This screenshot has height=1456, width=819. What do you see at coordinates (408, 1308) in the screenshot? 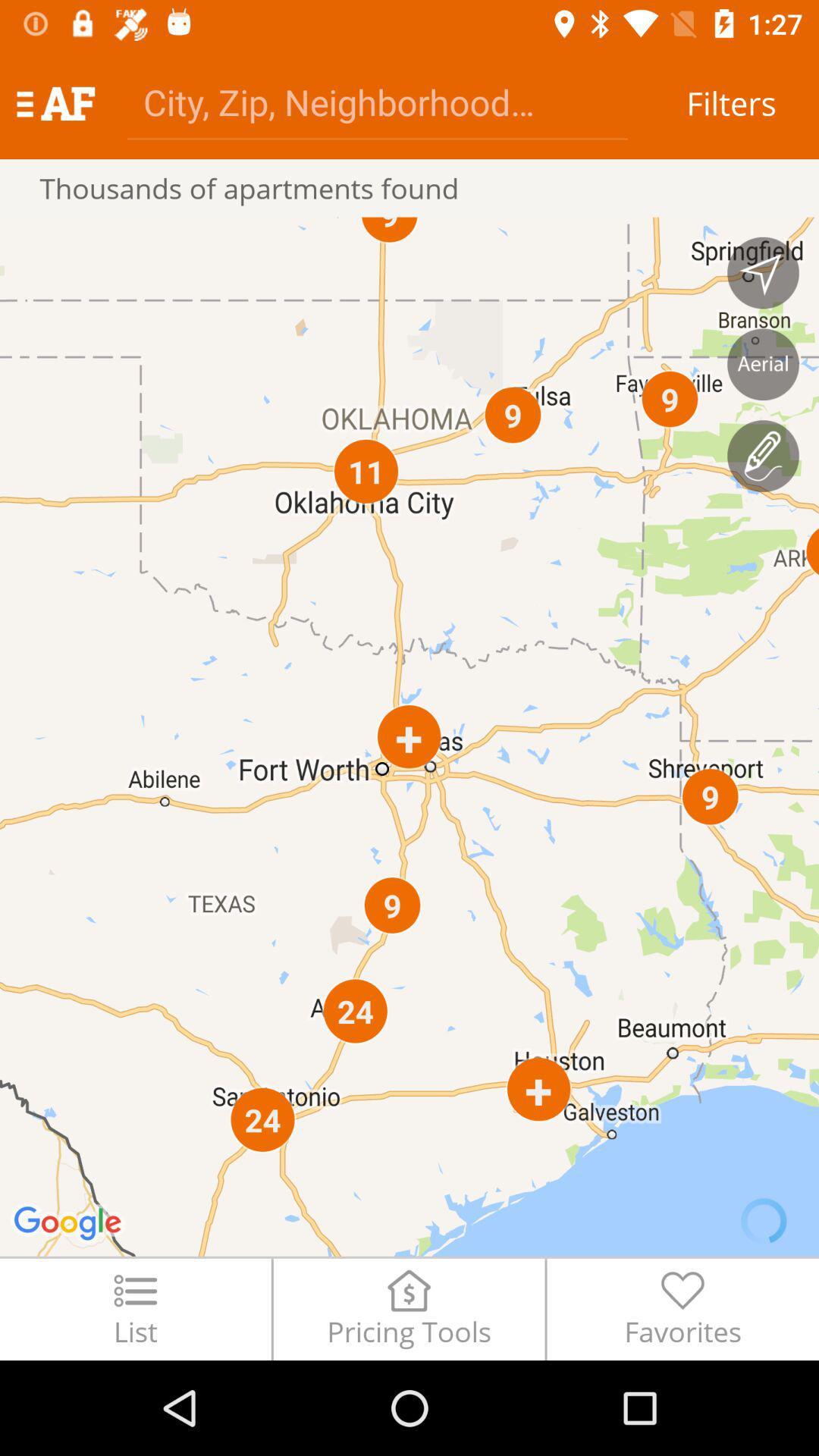
I see `the icon to the left of favorites icon` at bounding box center [408, 1308].